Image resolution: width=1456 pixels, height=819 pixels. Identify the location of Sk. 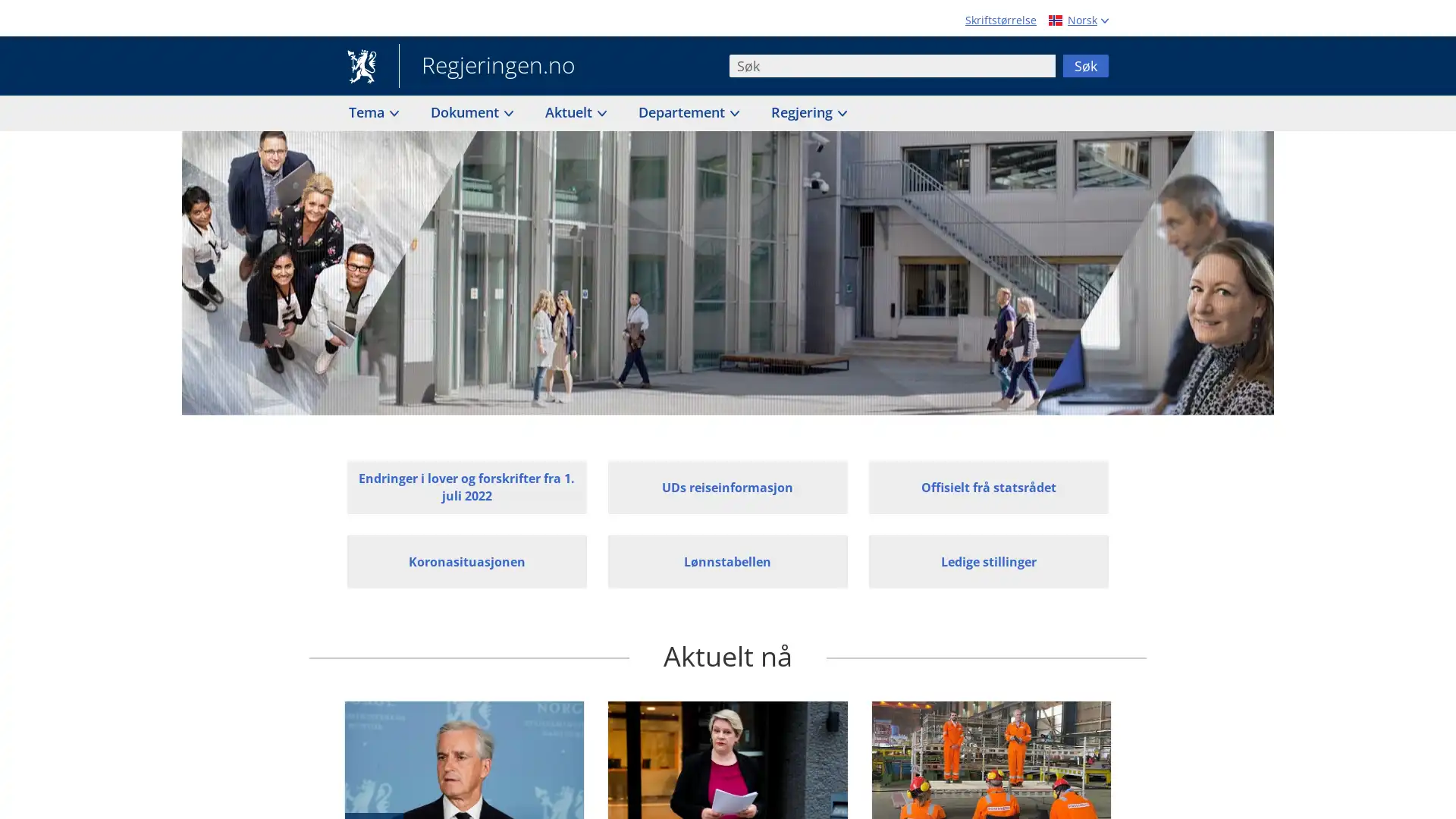
(1084, 64).